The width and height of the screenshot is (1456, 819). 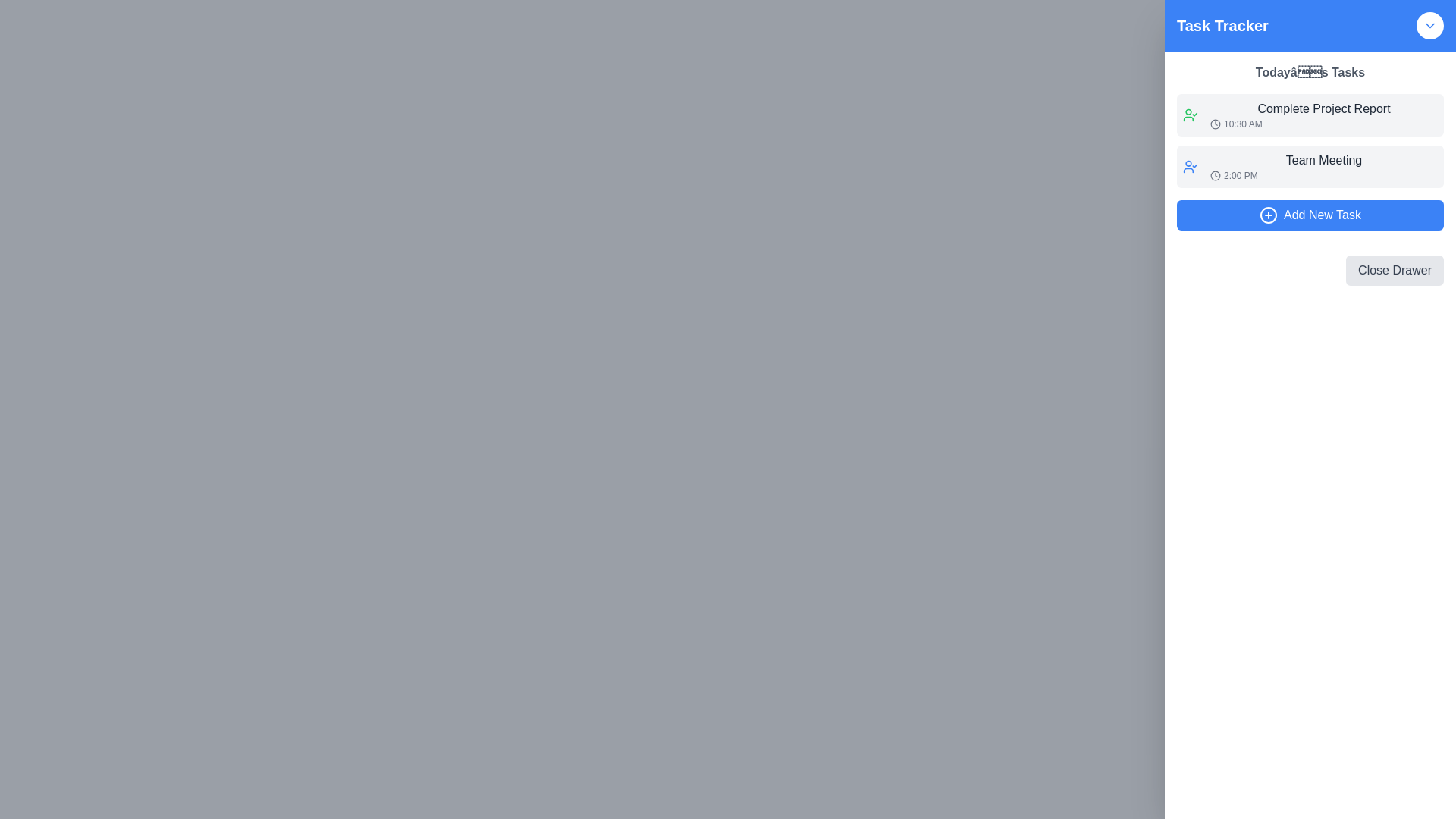 What do you see at coordinates (1429, 26) in the screenshot?
I see `the circular button with a white background and blue outline, featuring a downward-pointing chevron icon, located in the top-right corner of the header area` at bounding box center [1429, 26].